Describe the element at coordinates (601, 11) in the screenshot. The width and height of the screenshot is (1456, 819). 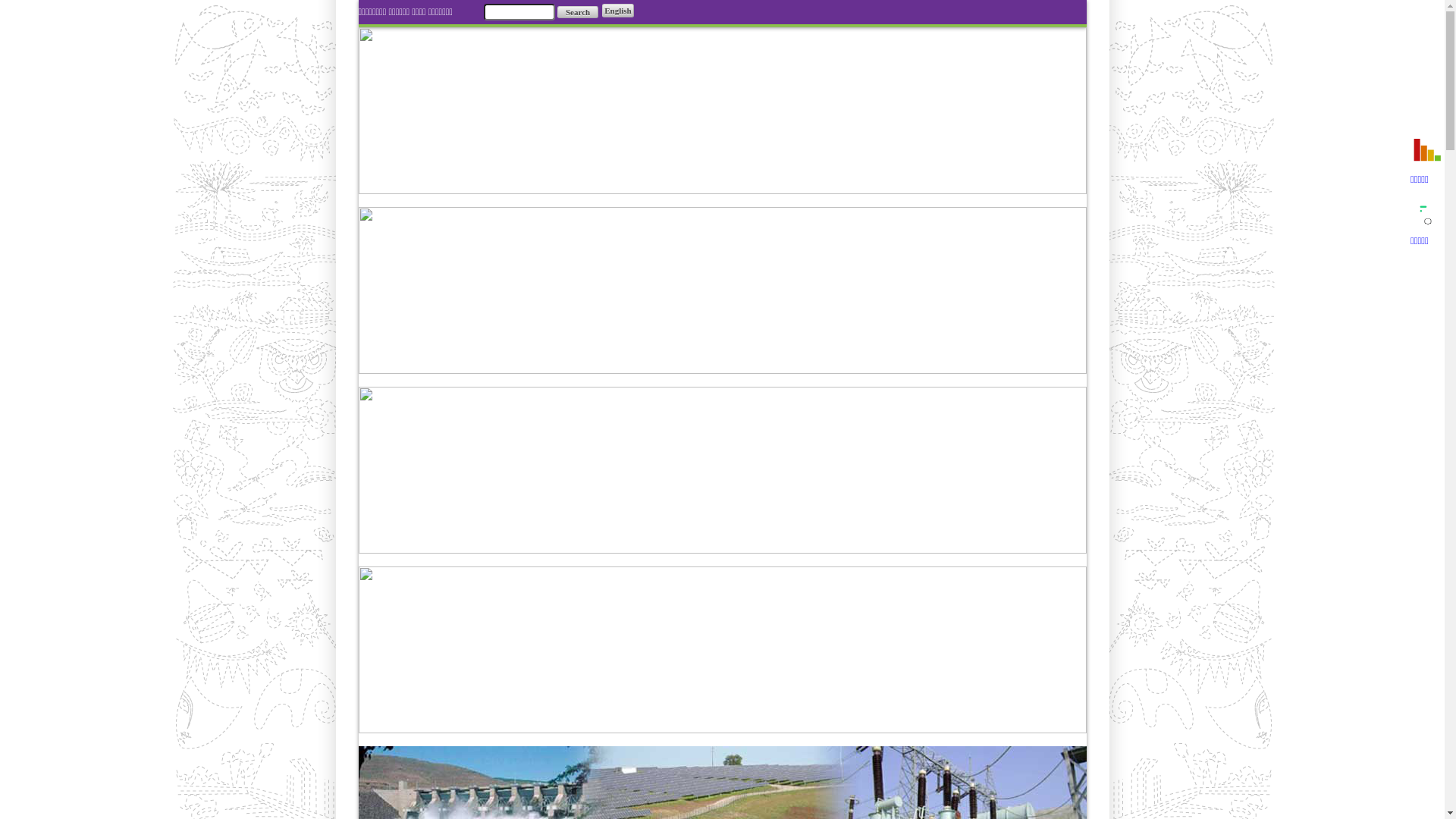
I see `'English'` at that location.